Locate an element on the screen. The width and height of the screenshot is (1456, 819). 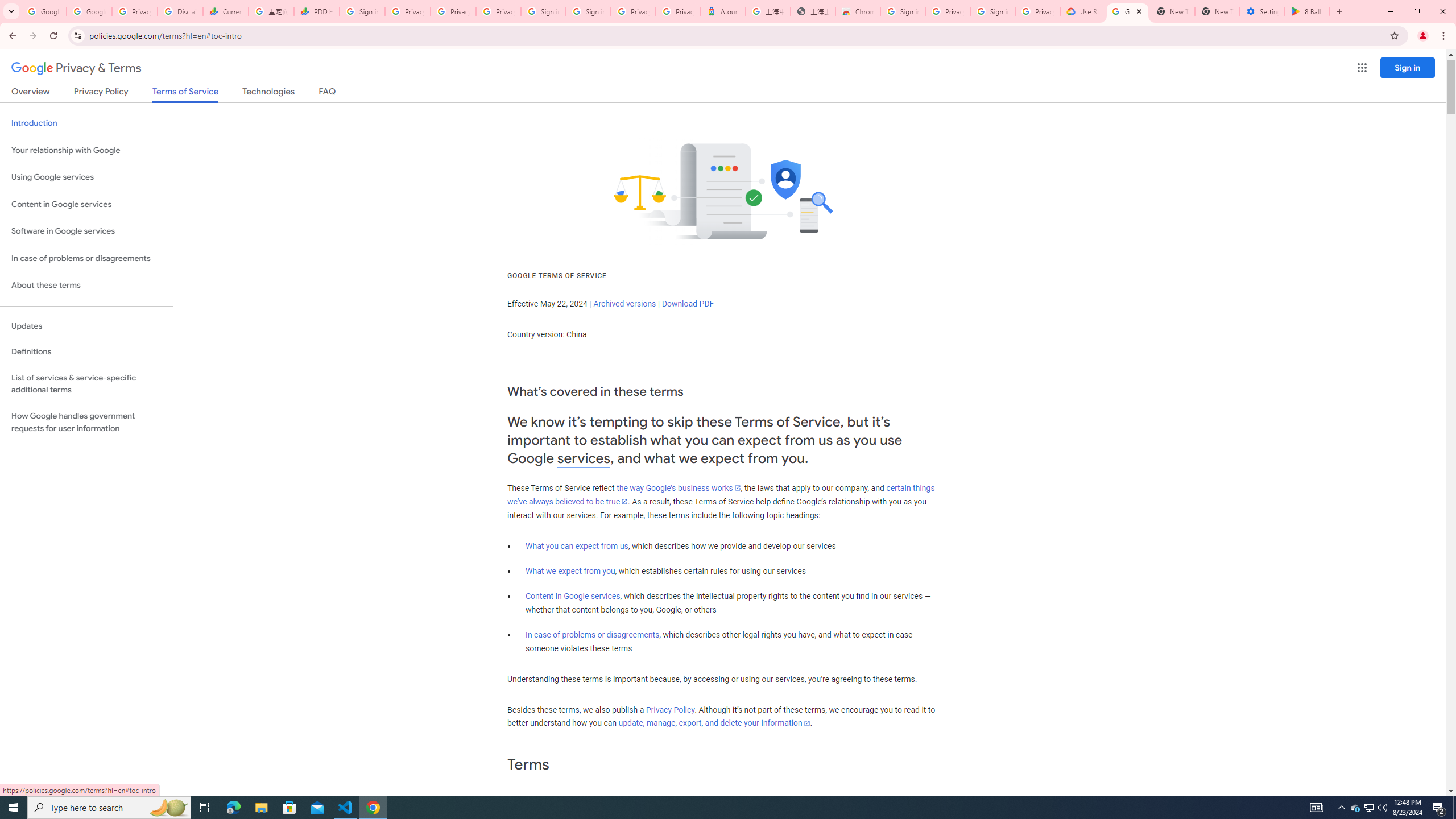
'Download PDF' is located at coordinates (687, 303).